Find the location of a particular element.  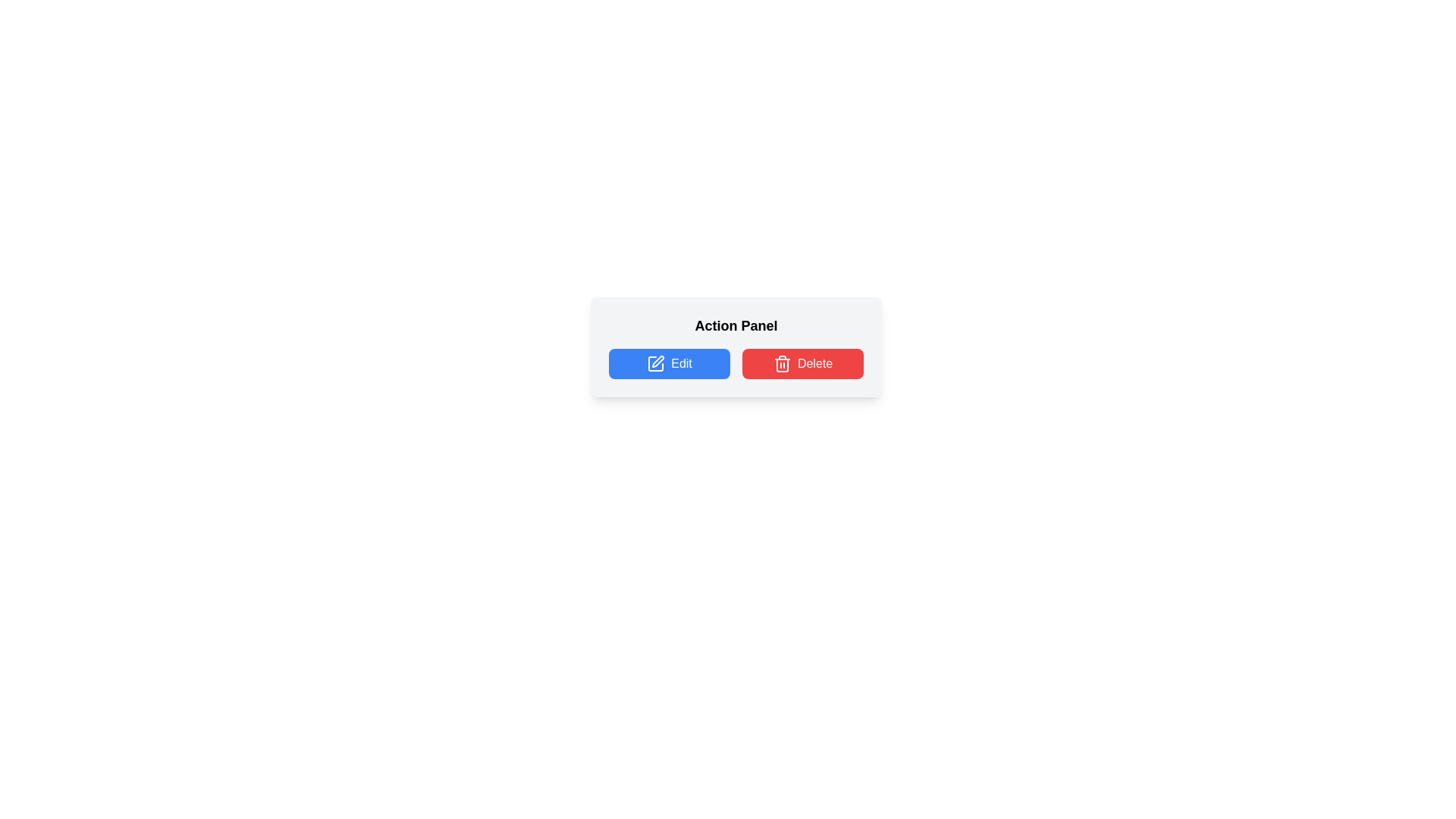

the 'Edit' SVG icon within the left blue button at the bottom of the Action Panel is located at coordinates (658, 362).